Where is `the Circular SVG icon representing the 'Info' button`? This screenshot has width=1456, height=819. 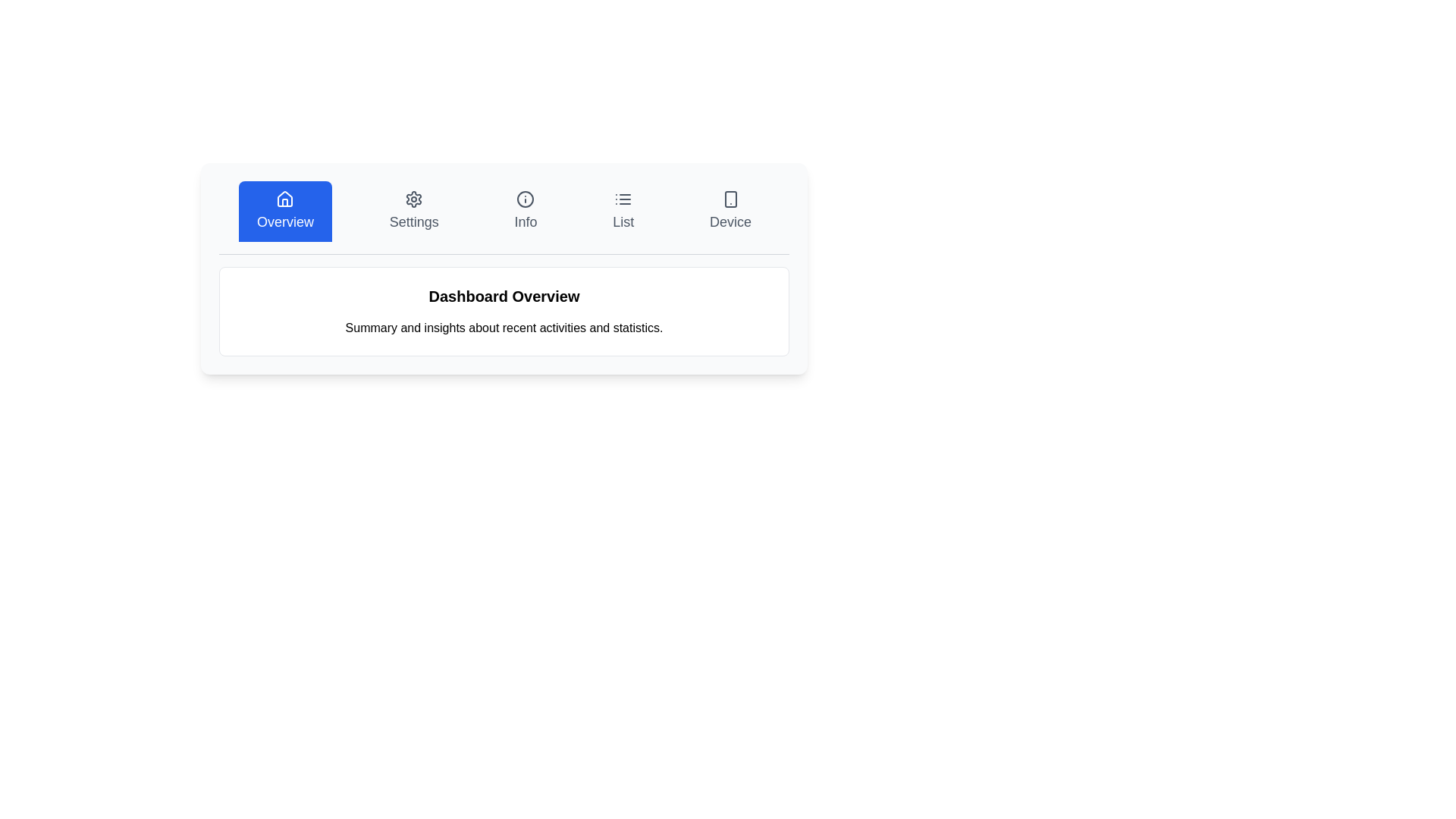
the Circular SVG icon representing the 'Info' button is located at coordinates (526, 198).